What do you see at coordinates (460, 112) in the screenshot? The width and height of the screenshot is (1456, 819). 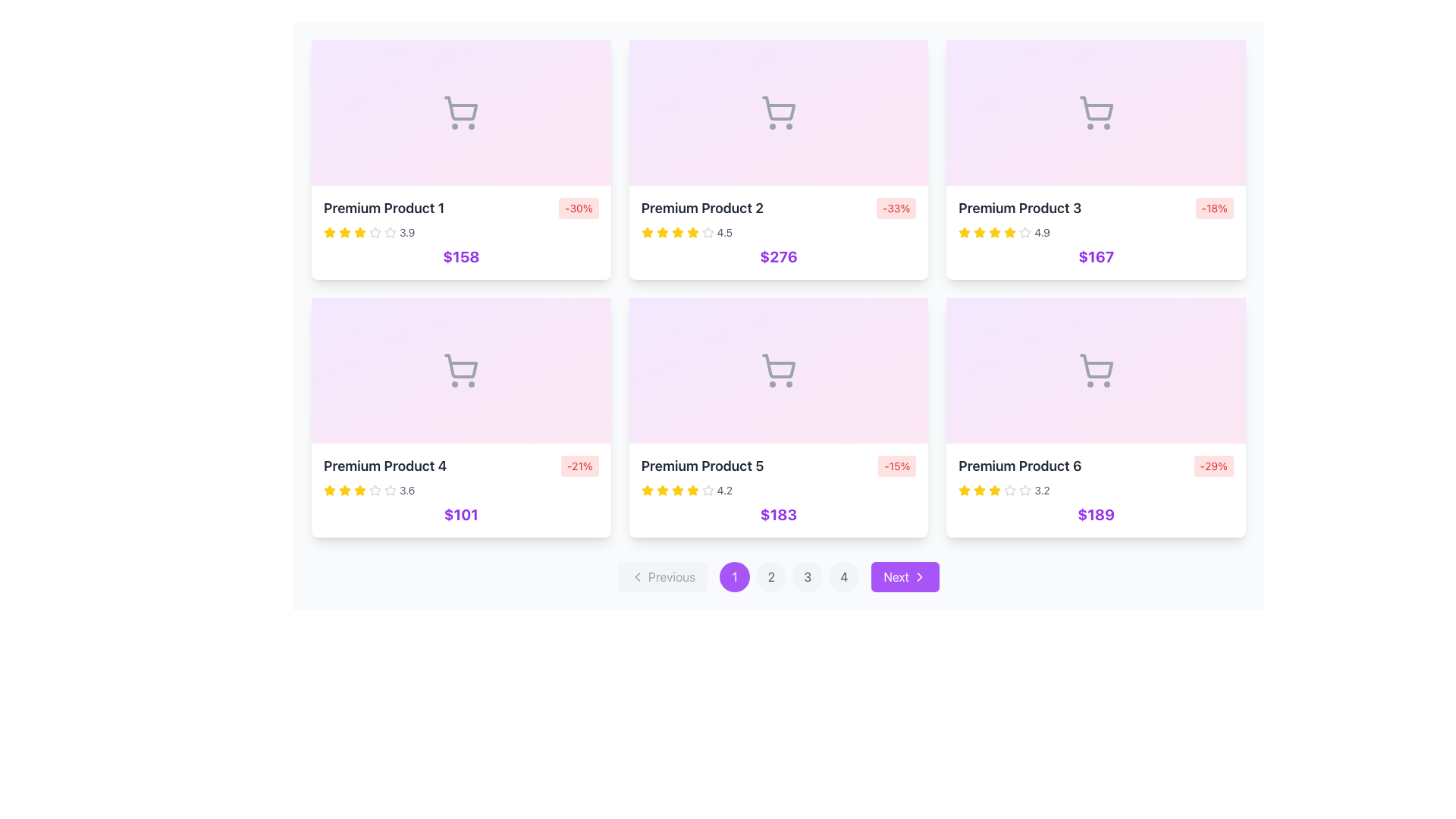 I see `the shopping cart icon, which is a gray outlined vector illustration located within the purple and pink gradient block of the 'Premium Product 1' card in the top-left corner of the grid` at bounding box center [460, 112].